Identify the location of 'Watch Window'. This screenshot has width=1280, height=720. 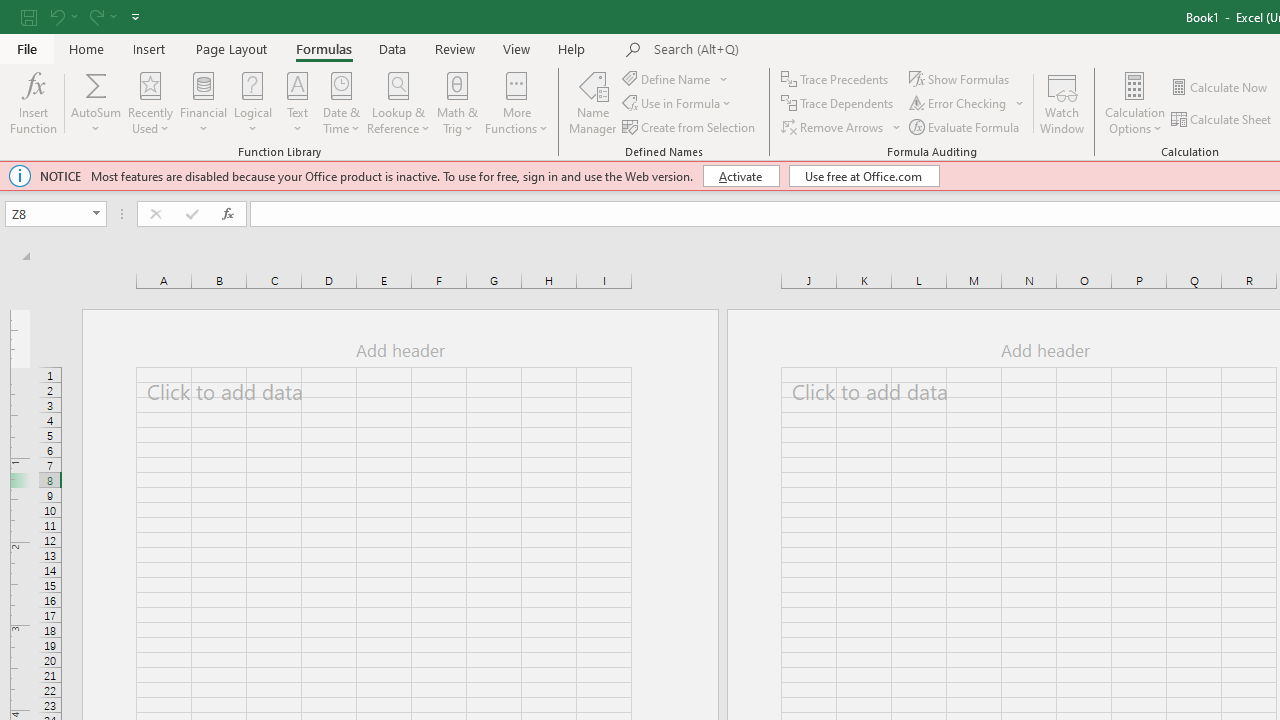
(1061, 103).